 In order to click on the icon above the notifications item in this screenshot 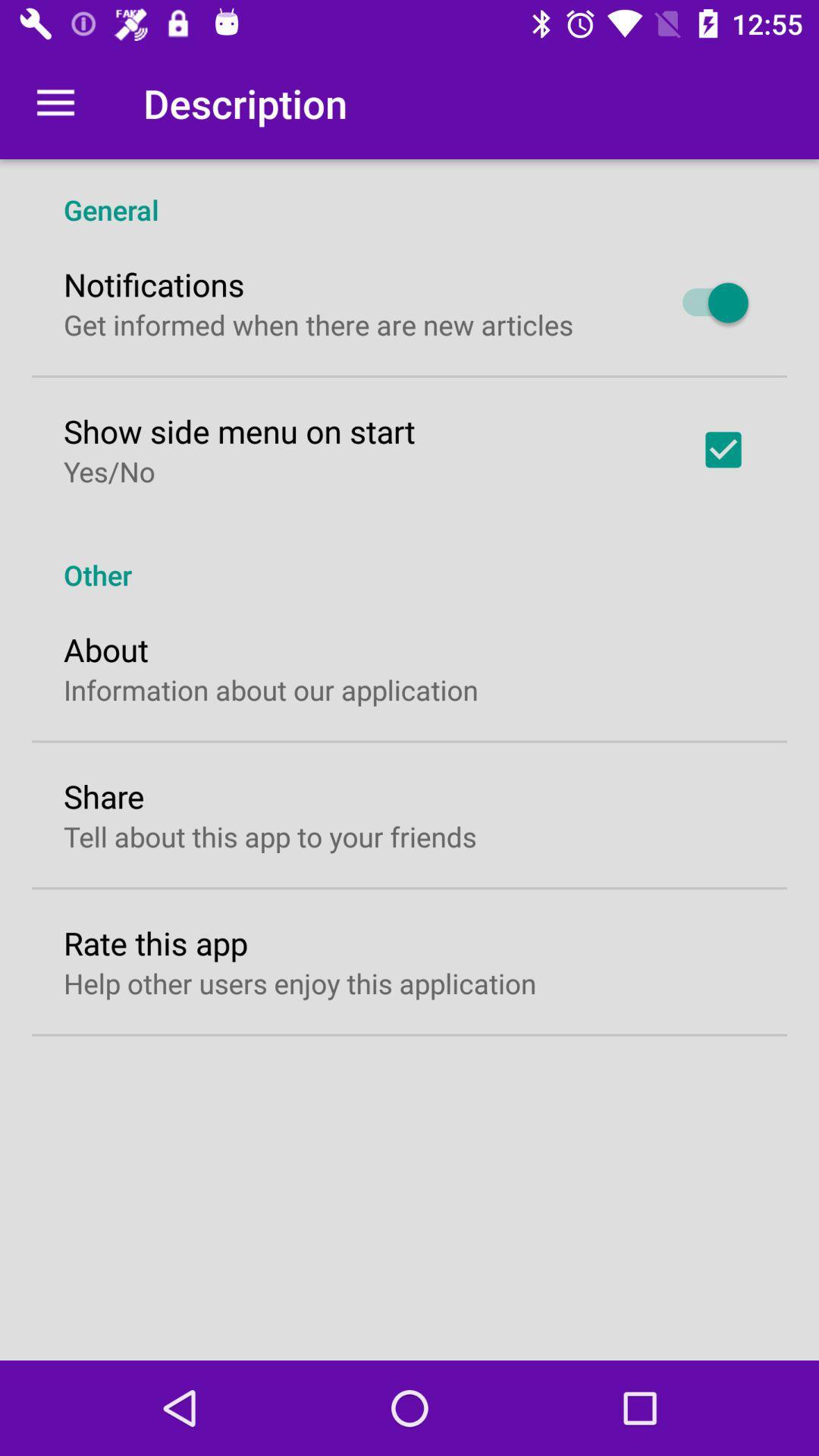, I will do `click(409, 193)`.